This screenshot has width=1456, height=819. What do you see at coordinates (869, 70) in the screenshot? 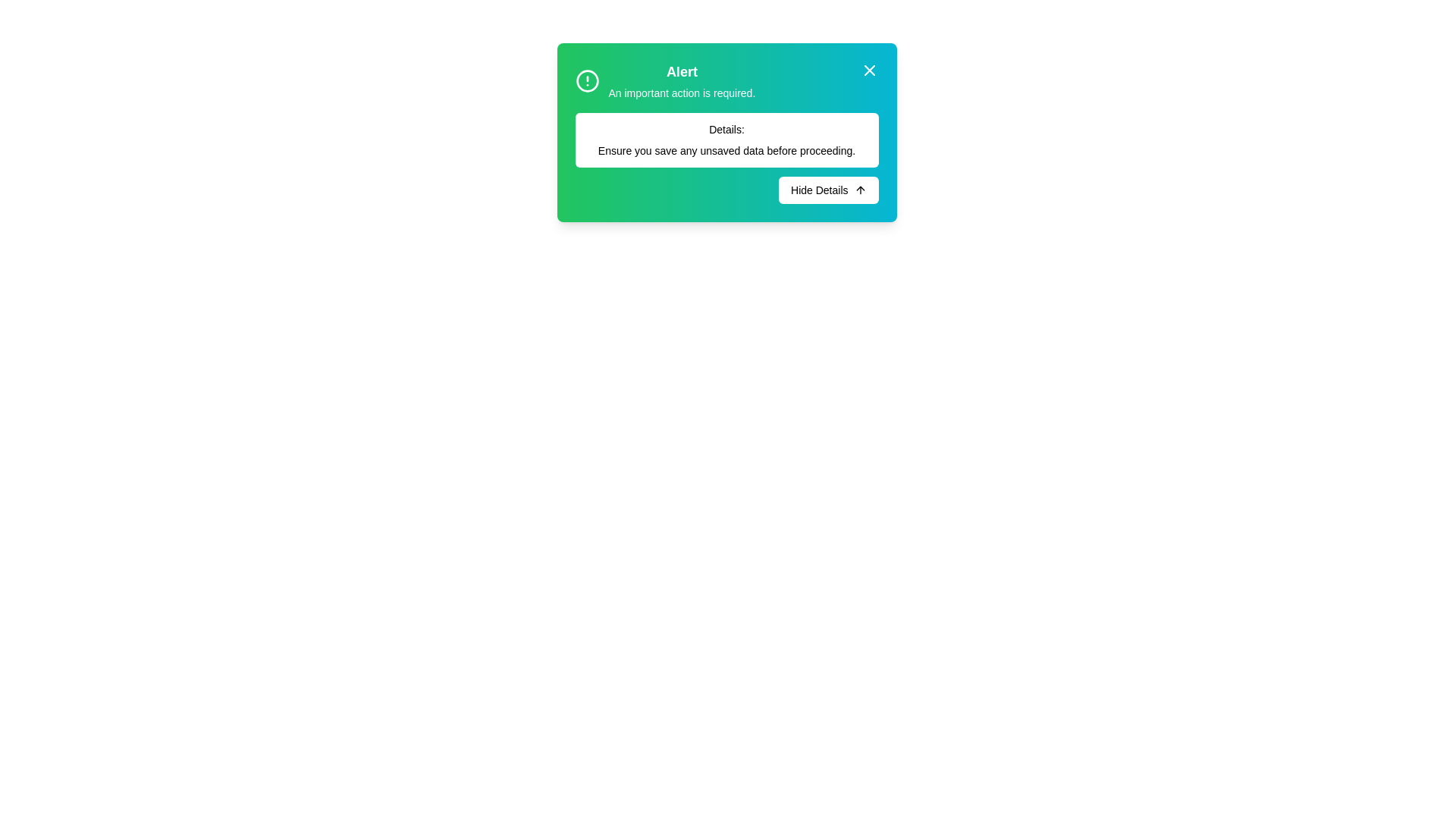
I see `the X-shaped close button located in the top-right corner of the notification dialog` at bounding box center [869, 70].